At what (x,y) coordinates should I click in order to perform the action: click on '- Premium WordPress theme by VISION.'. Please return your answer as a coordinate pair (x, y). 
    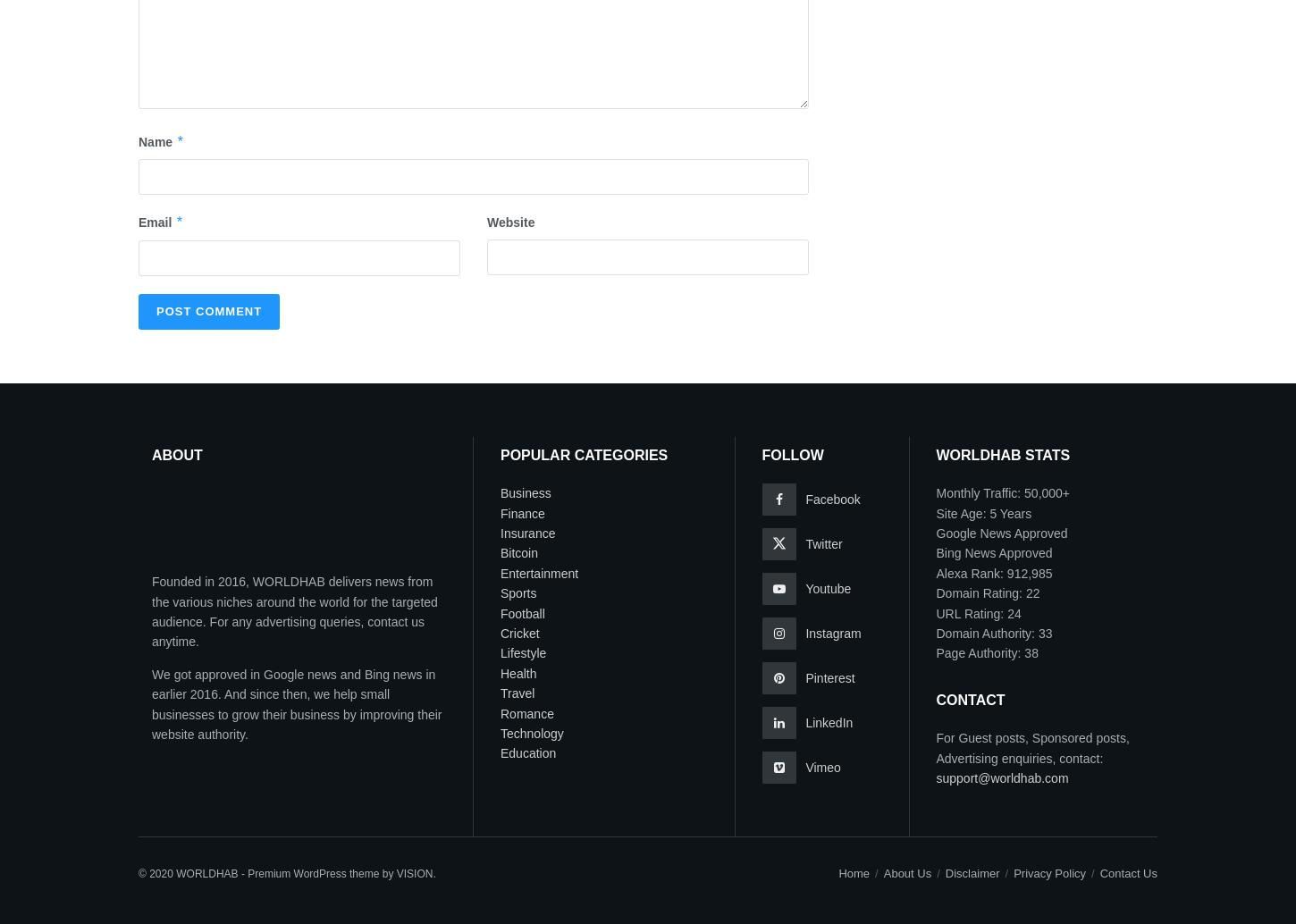
    Looking at the image, I should click on (335, 872).